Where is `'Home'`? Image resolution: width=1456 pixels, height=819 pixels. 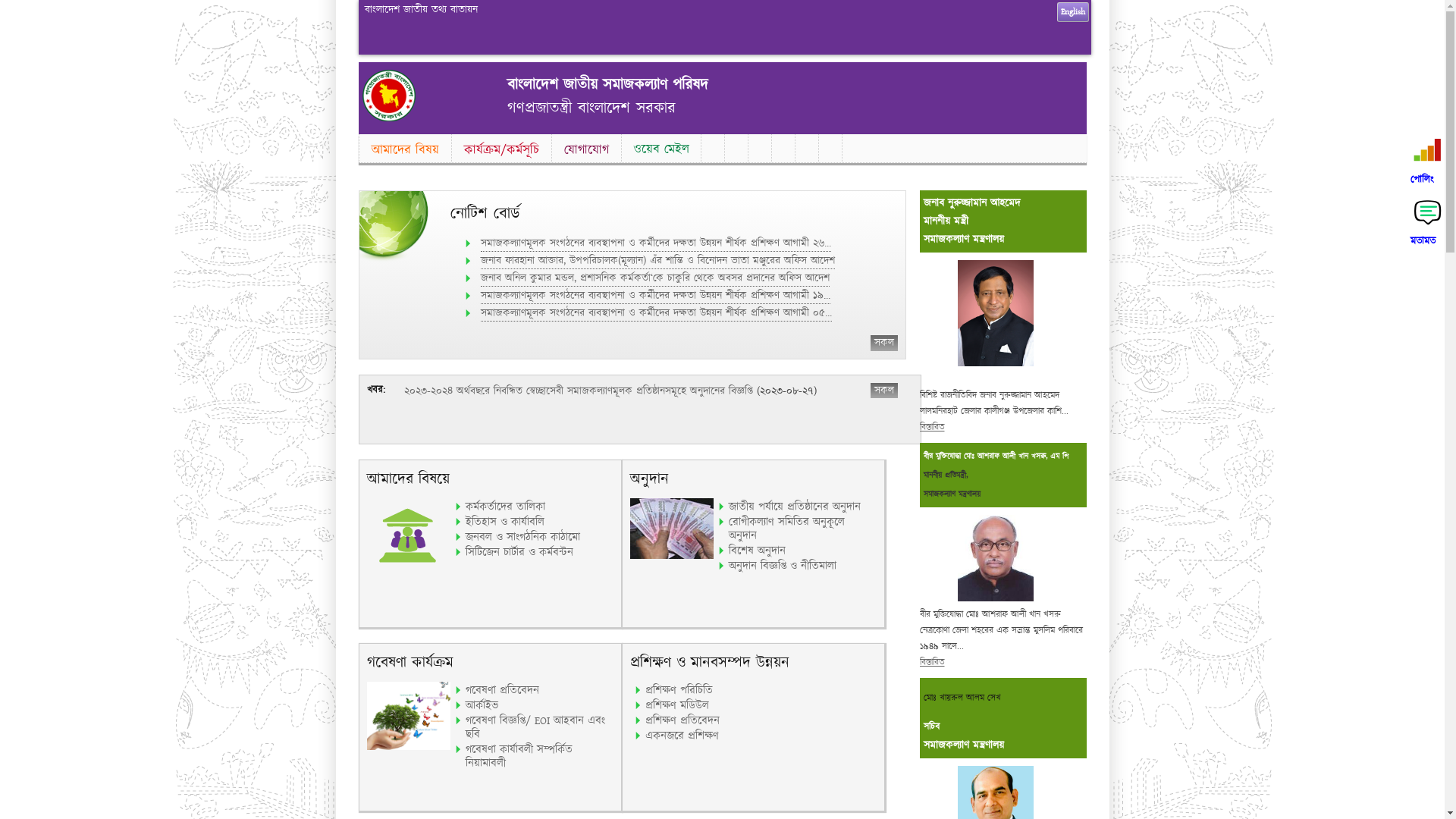
'Home' is located at coordinates (362, 117).